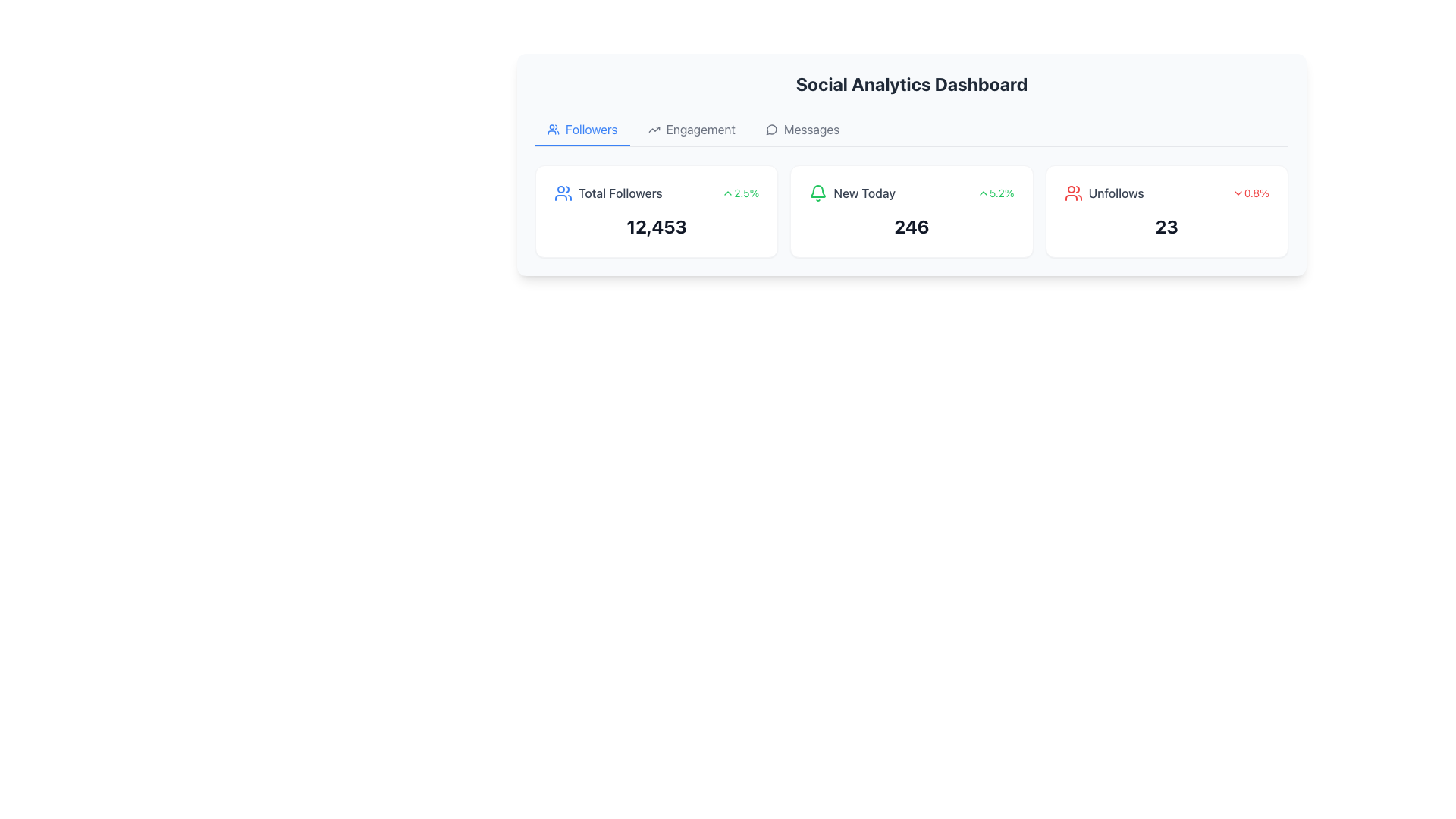  Describe the element at coordinates (746, 192) in the screenshot. I see `the text content indicating percentage change in followers, located in the top panel area to the right of the 'Total Followers' title` at that location.